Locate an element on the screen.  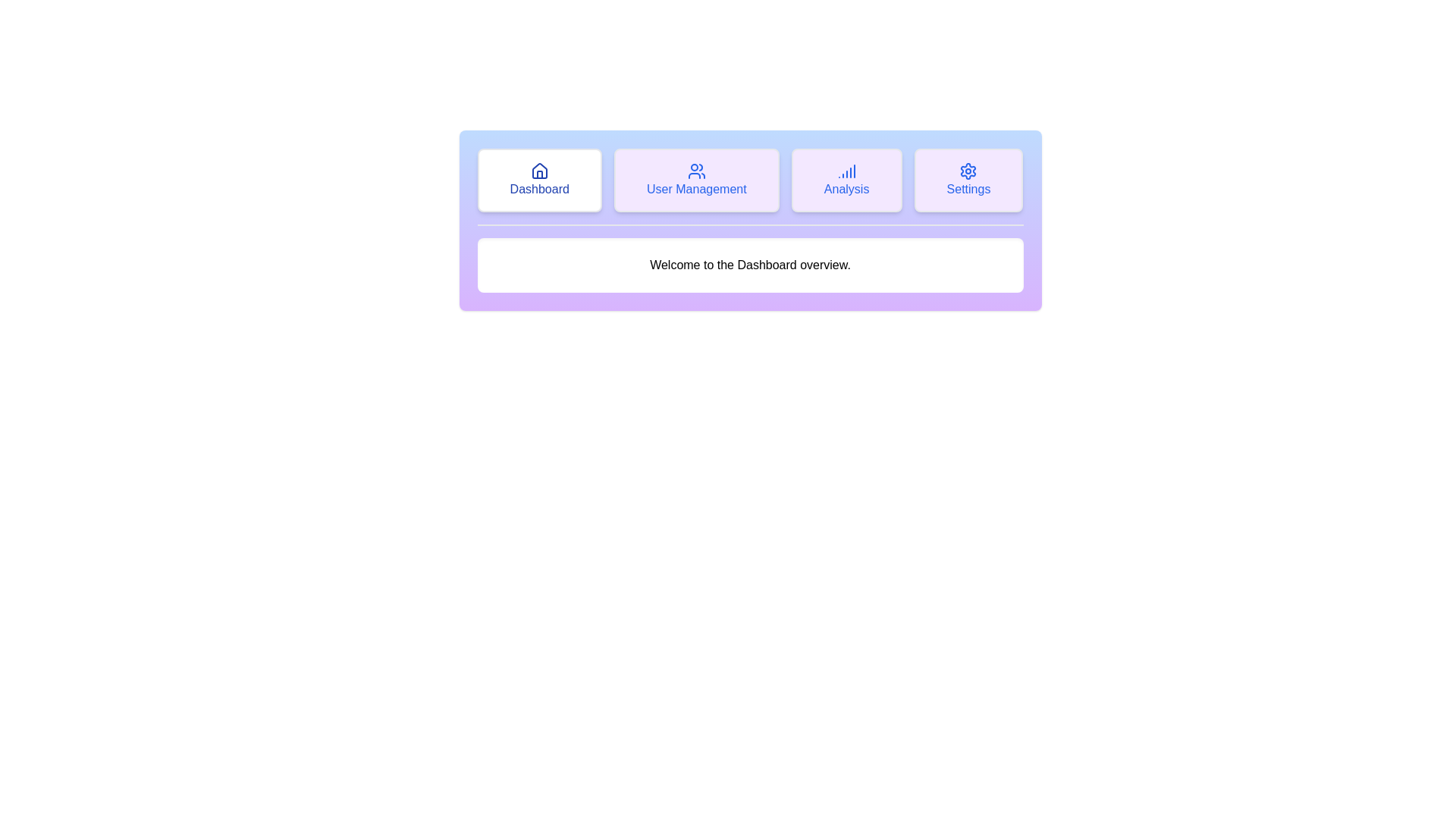
the instructional text block located below the navigation strip, which provides a brief description of the dashboard's purpose and layout is located at coordinates (750, 265).